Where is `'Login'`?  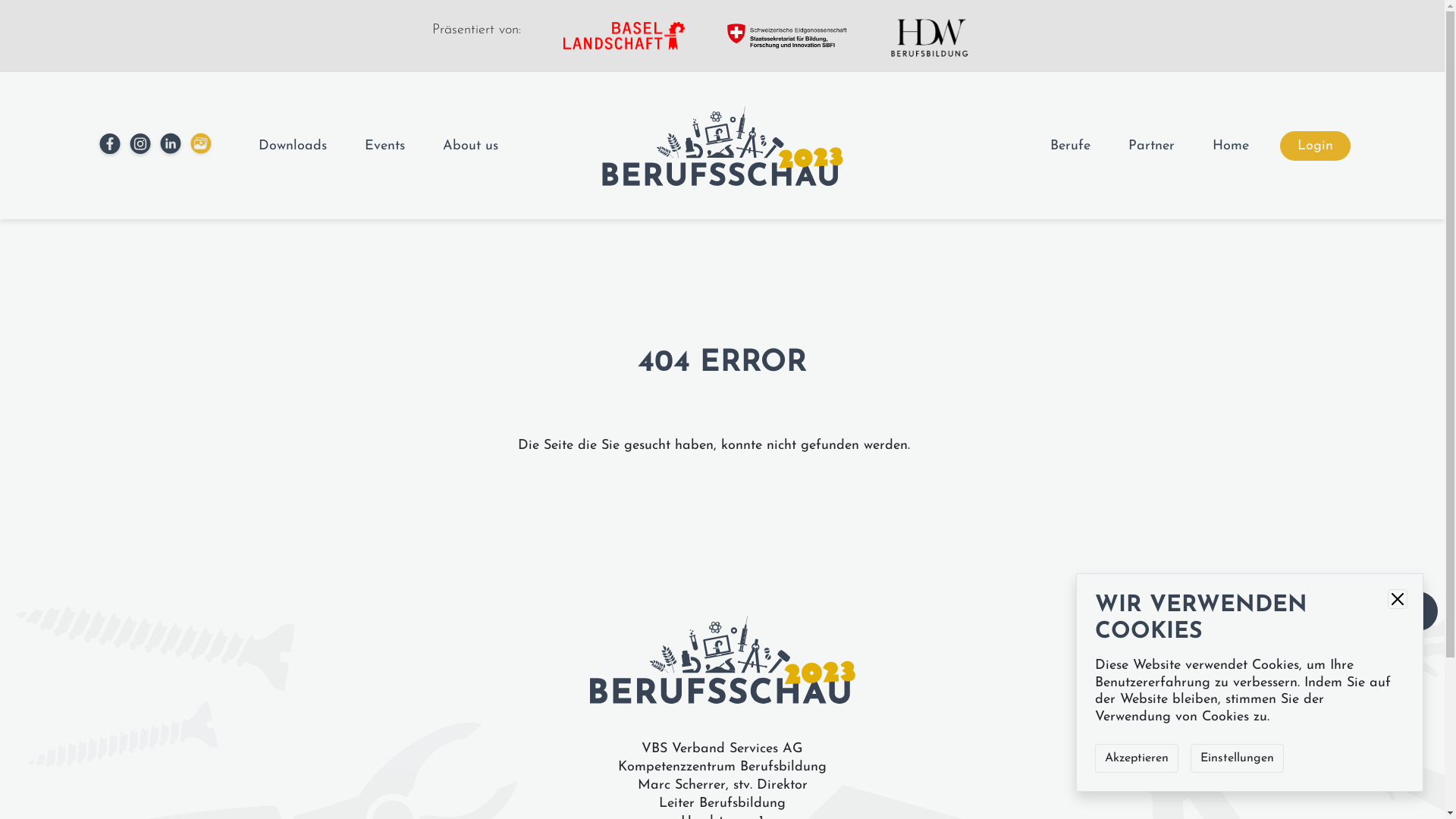 'Login' is located at coordinates (1314, 145).